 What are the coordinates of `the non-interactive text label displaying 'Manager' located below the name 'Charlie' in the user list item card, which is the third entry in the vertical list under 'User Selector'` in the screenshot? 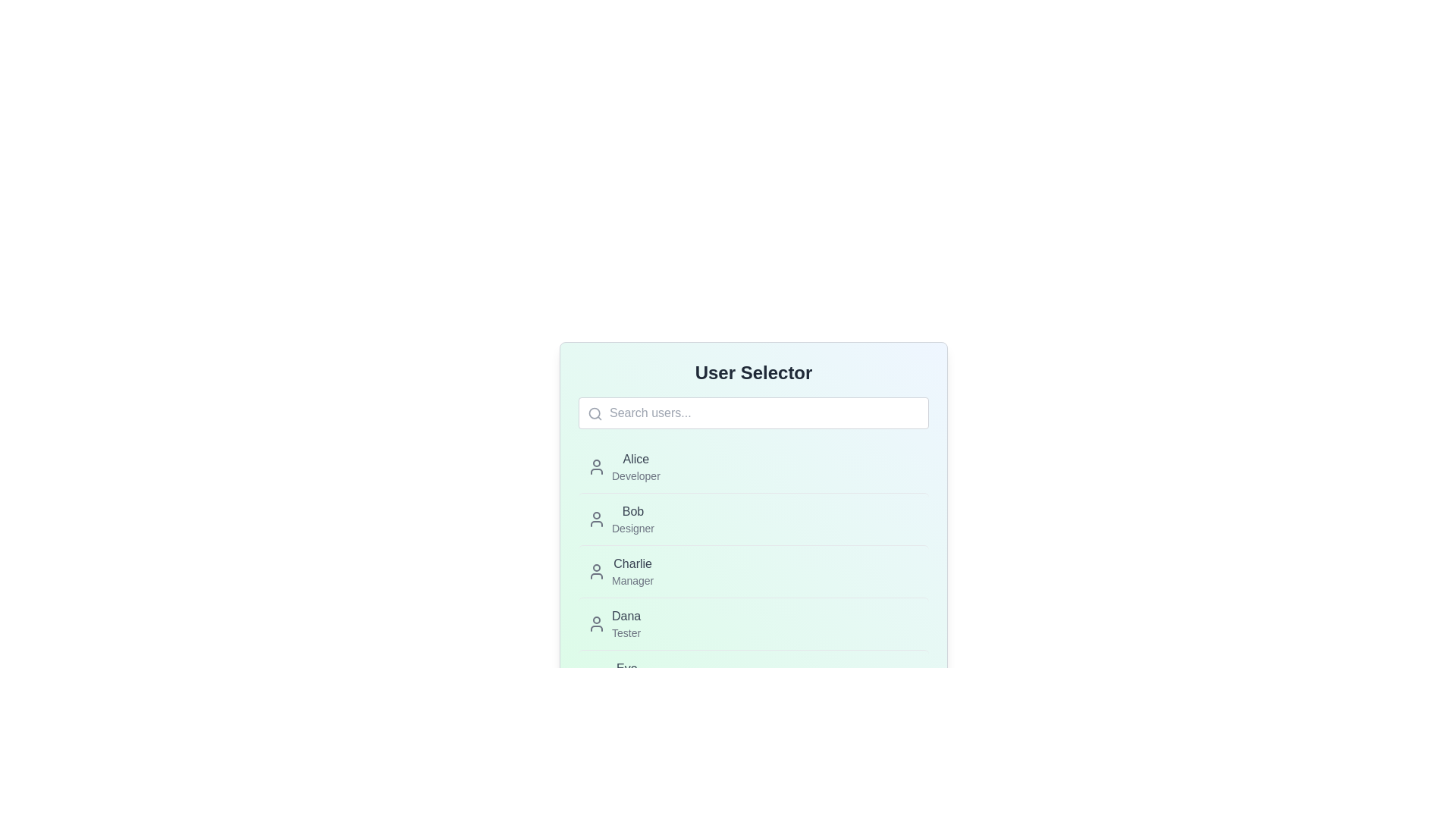 It's located at (632, 580).